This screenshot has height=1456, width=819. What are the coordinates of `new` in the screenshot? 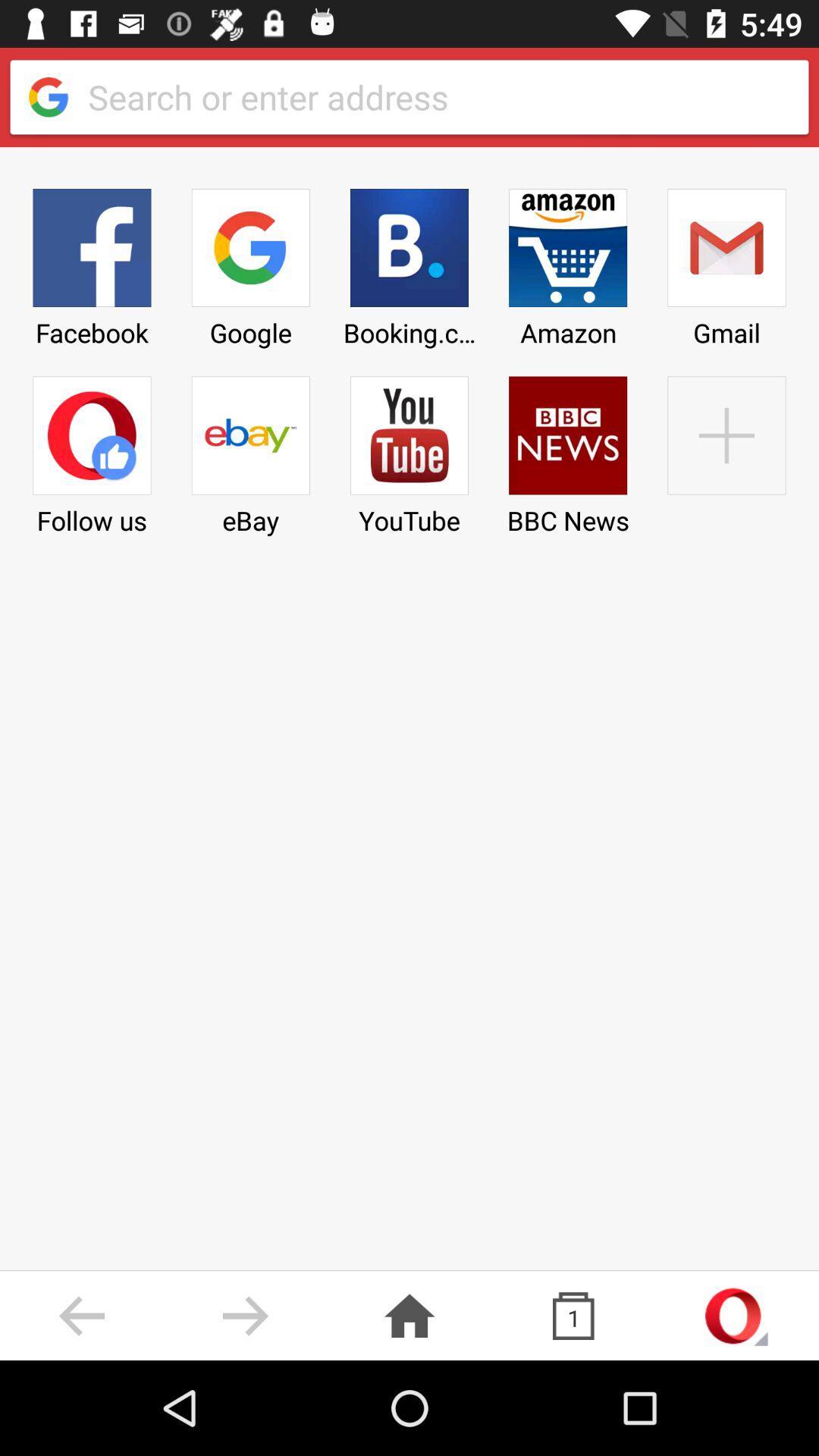 It's located at (726, 450).